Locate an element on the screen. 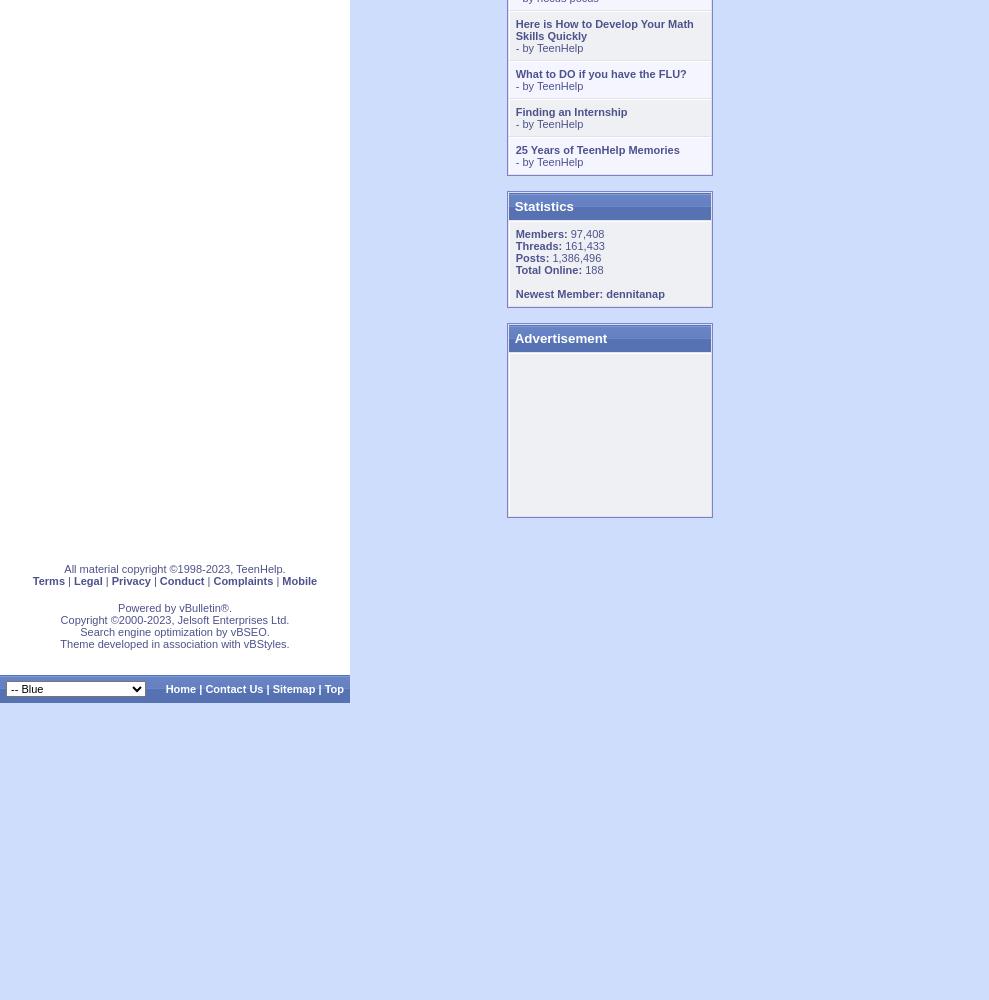 This screenshot has height=1000, width=989. 'Here is How to Develop Your Math Skills Quickly' is located at coordinates (602, 30).